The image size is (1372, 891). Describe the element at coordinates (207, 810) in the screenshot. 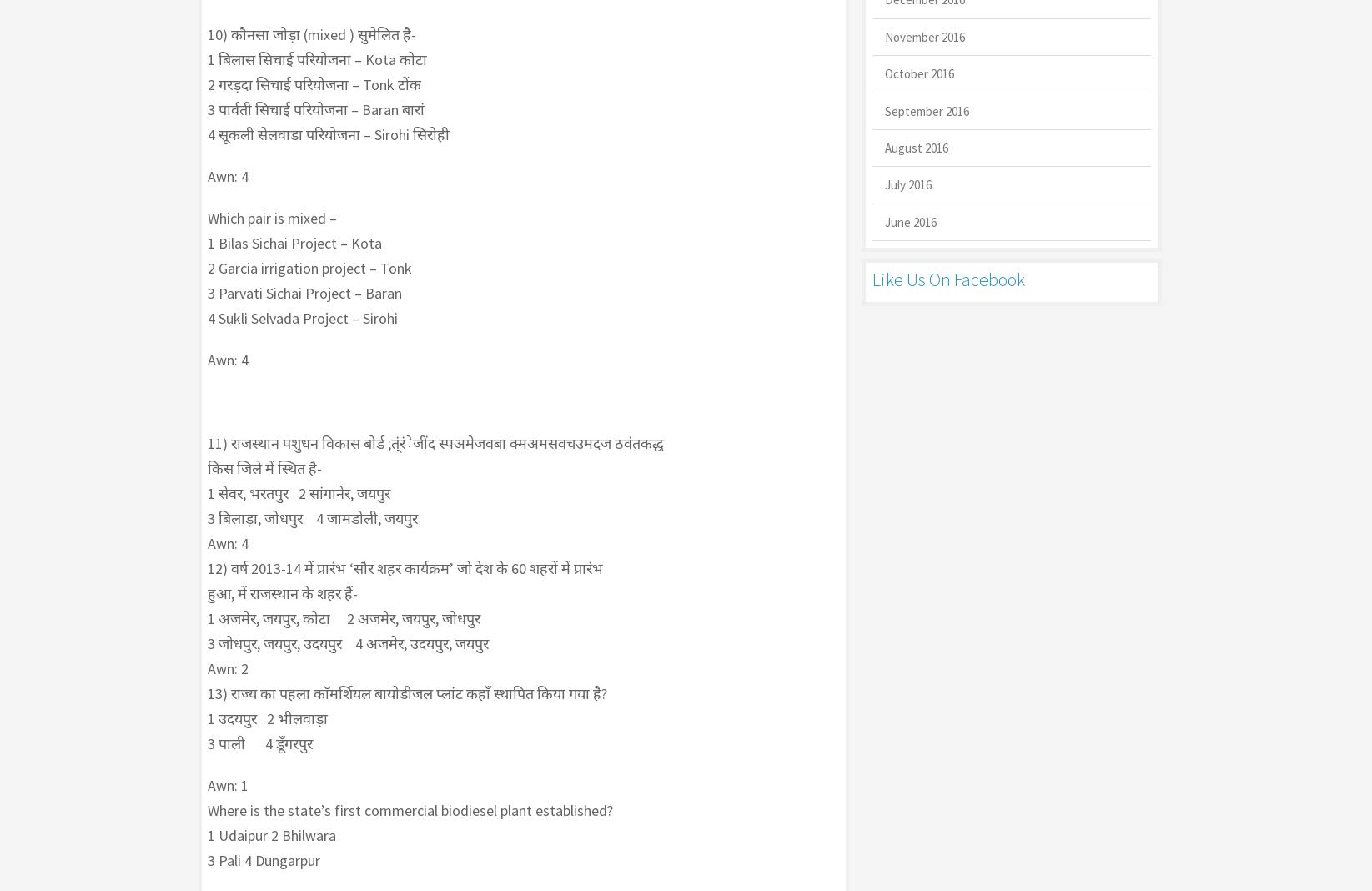

I see `'Where is the state’s first commercial biodiesel plant established?'` at that location.